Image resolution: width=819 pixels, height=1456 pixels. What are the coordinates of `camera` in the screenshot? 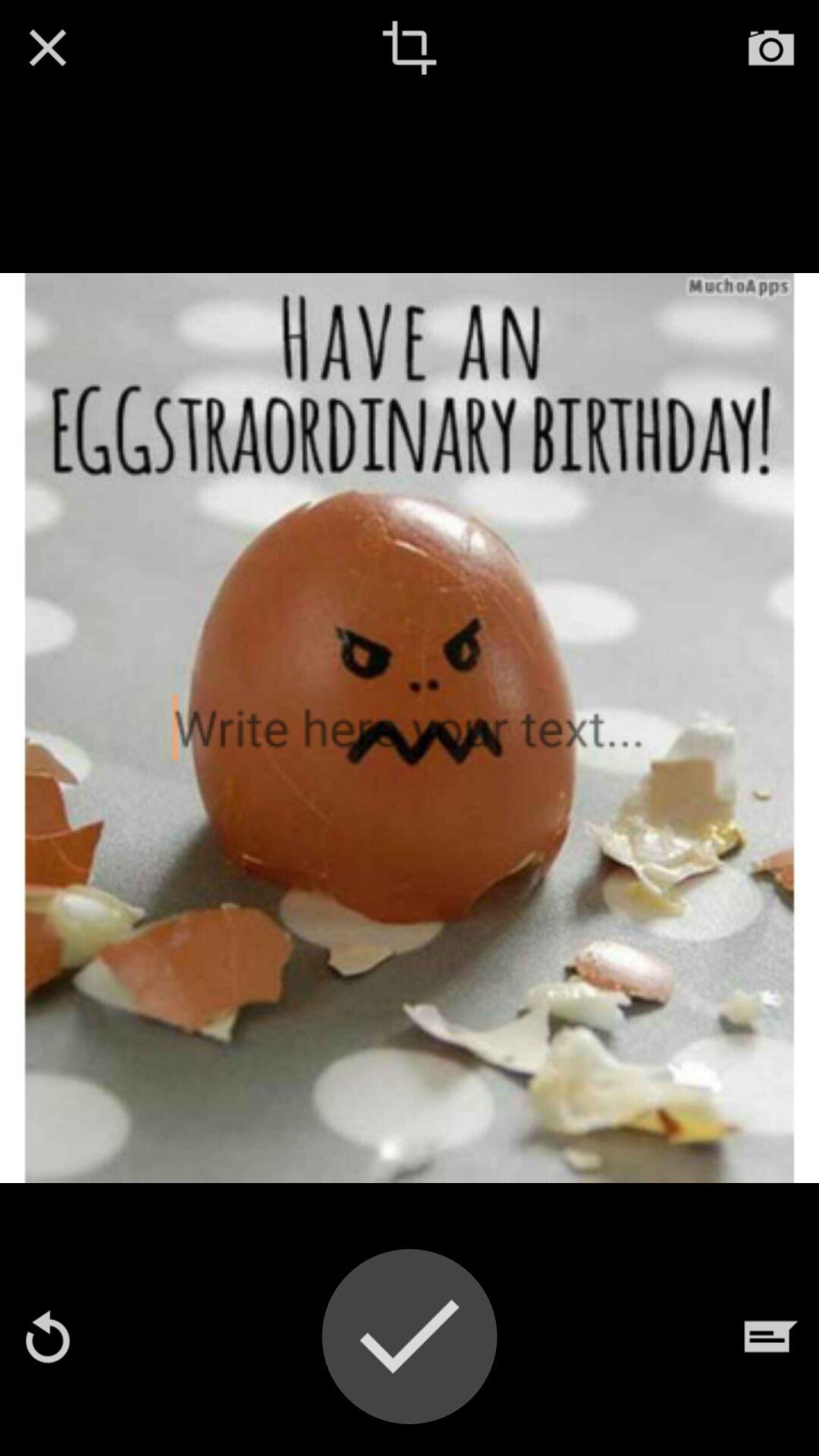 It's located at (771, 47).